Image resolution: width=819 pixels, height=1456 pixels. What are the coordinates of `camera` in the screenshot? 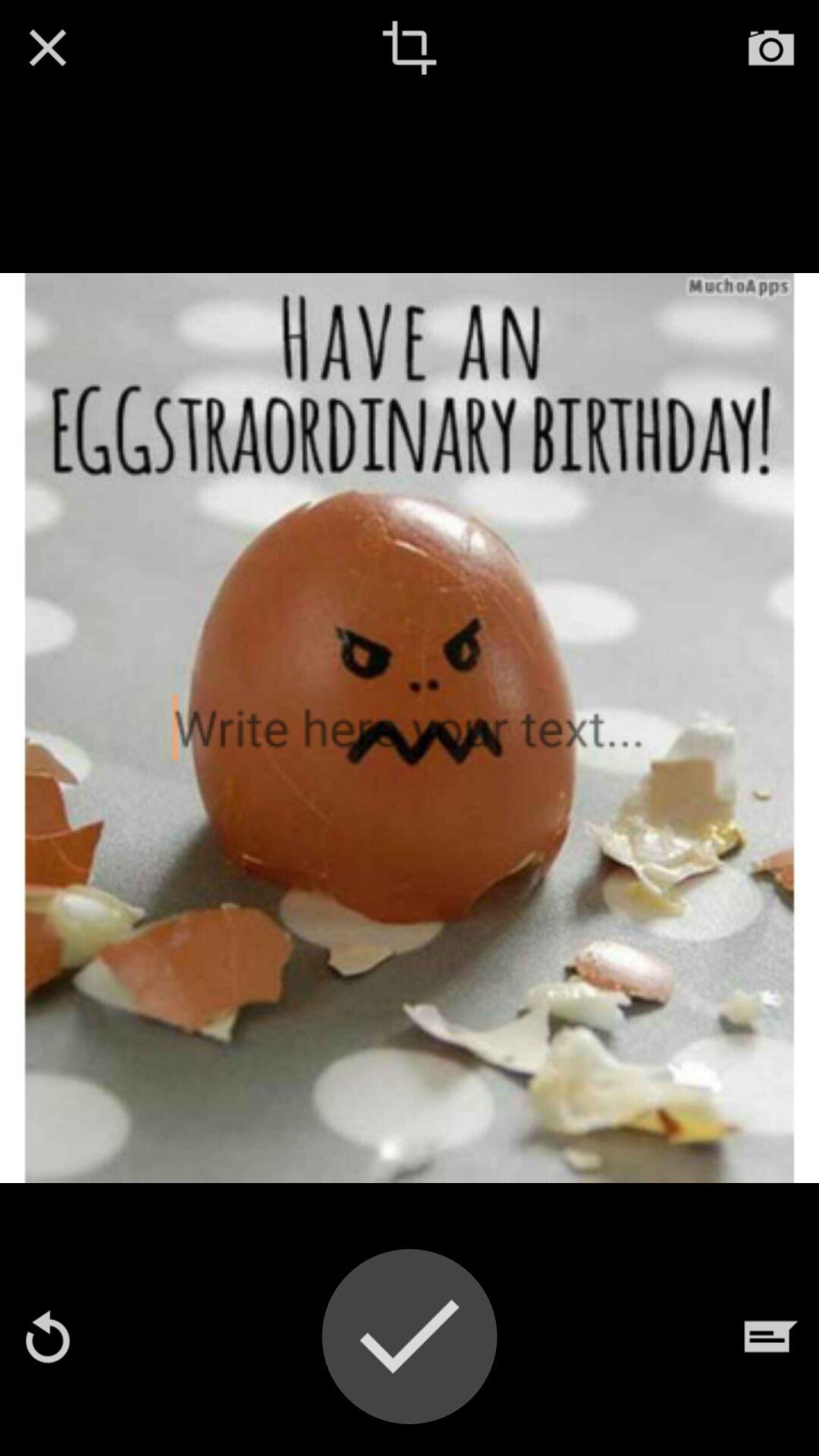 It's located at (771, 47).